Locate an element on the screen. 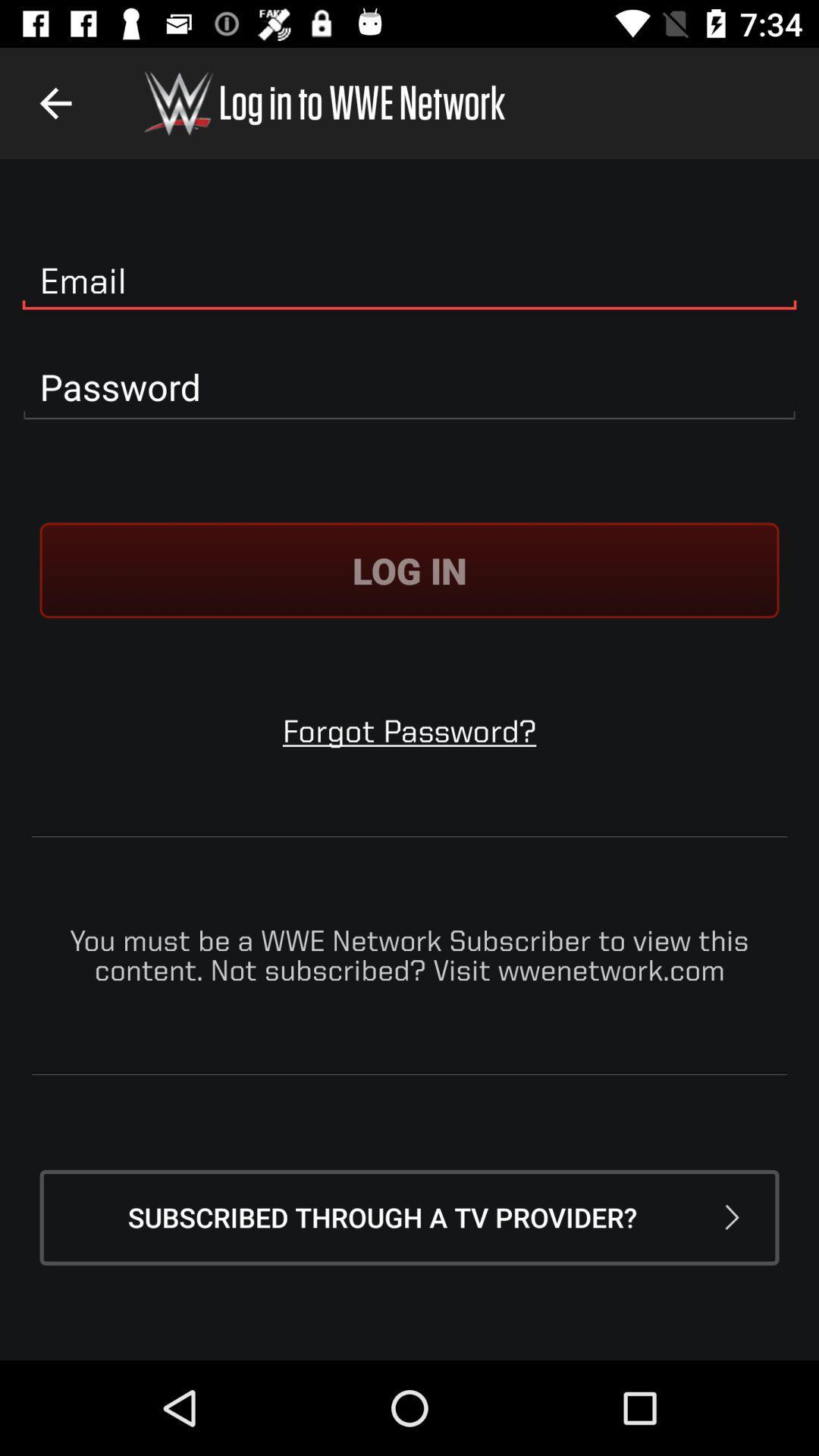  blank for writting password is located at coordinates (409, 388).